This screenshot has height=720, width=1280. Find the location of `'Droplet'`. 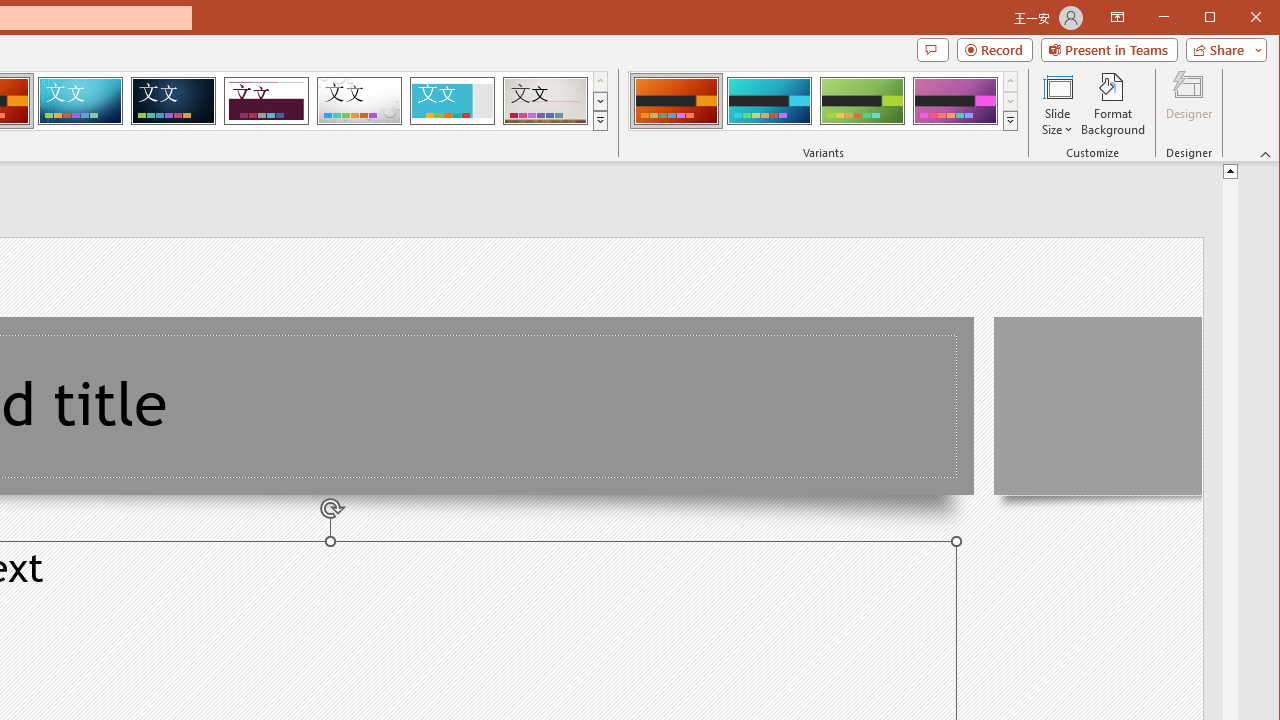

'Droplet' is located at coordinates (359, 100).